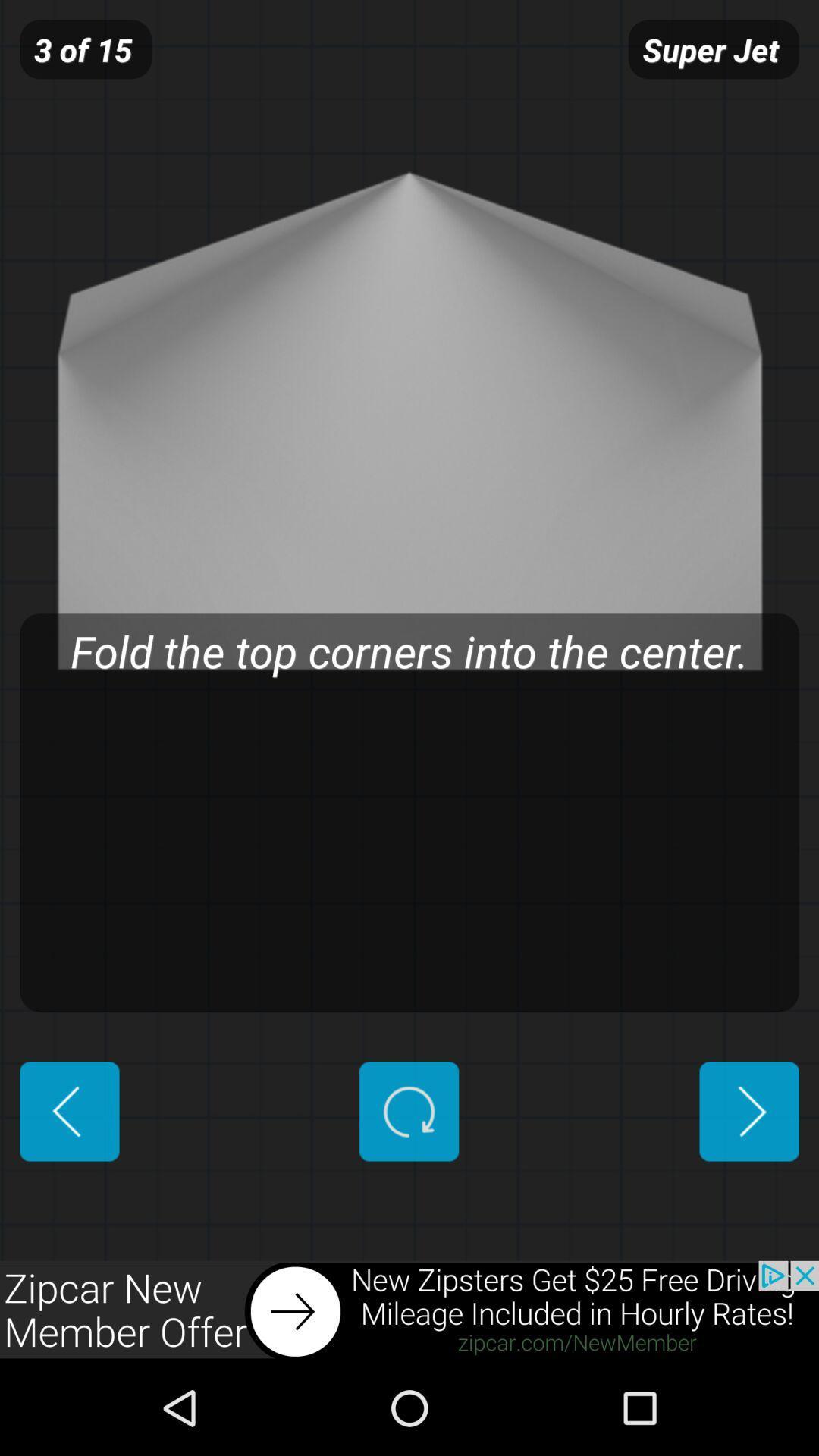  What do you see at coordinates (69, 1111) in the screenshot?
I see `previous button` at bounding box center [69, 1111].